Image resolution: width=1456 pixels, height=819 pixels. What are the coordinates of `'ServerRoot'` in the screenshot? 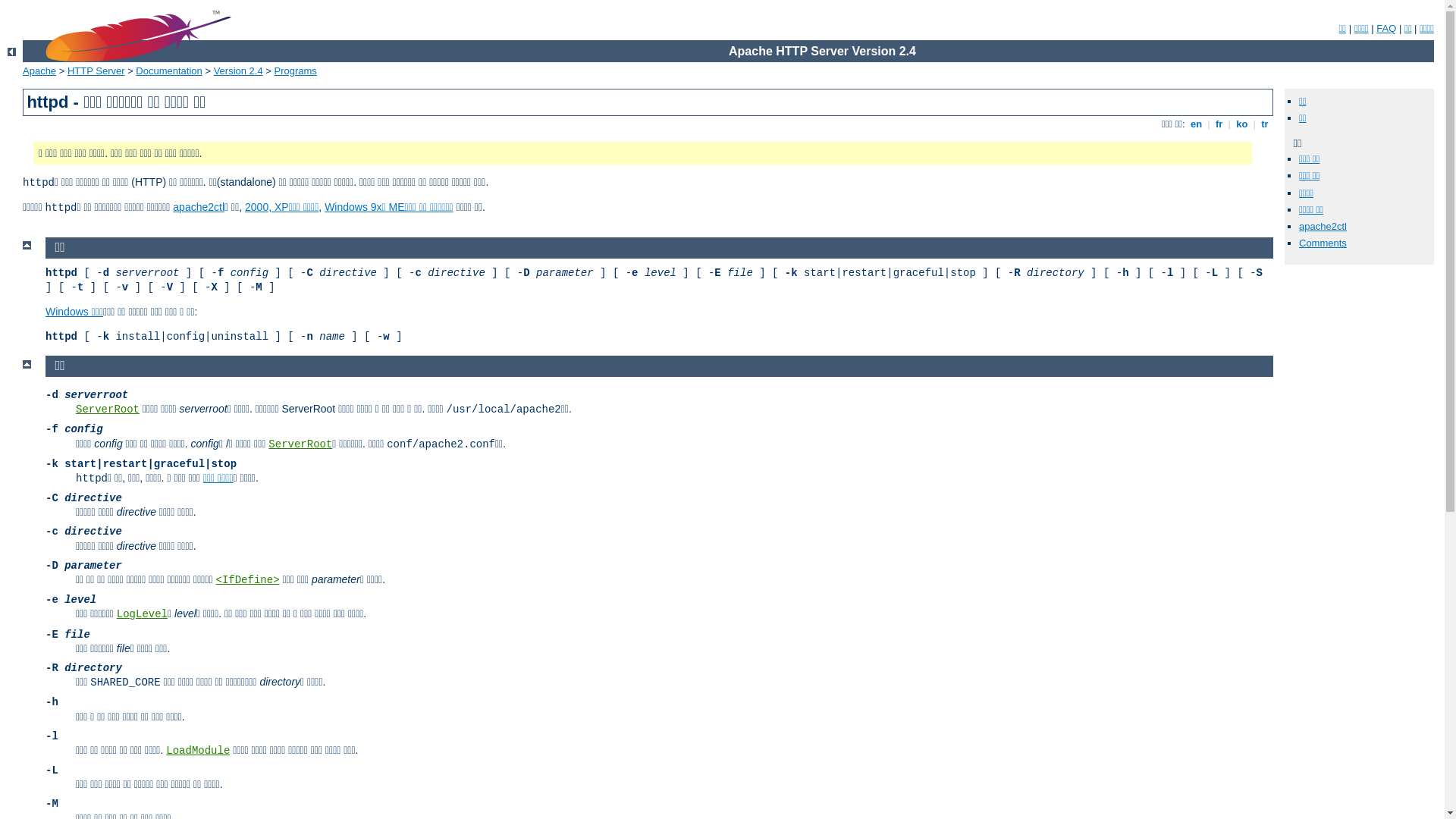 It's located at (107, 409).